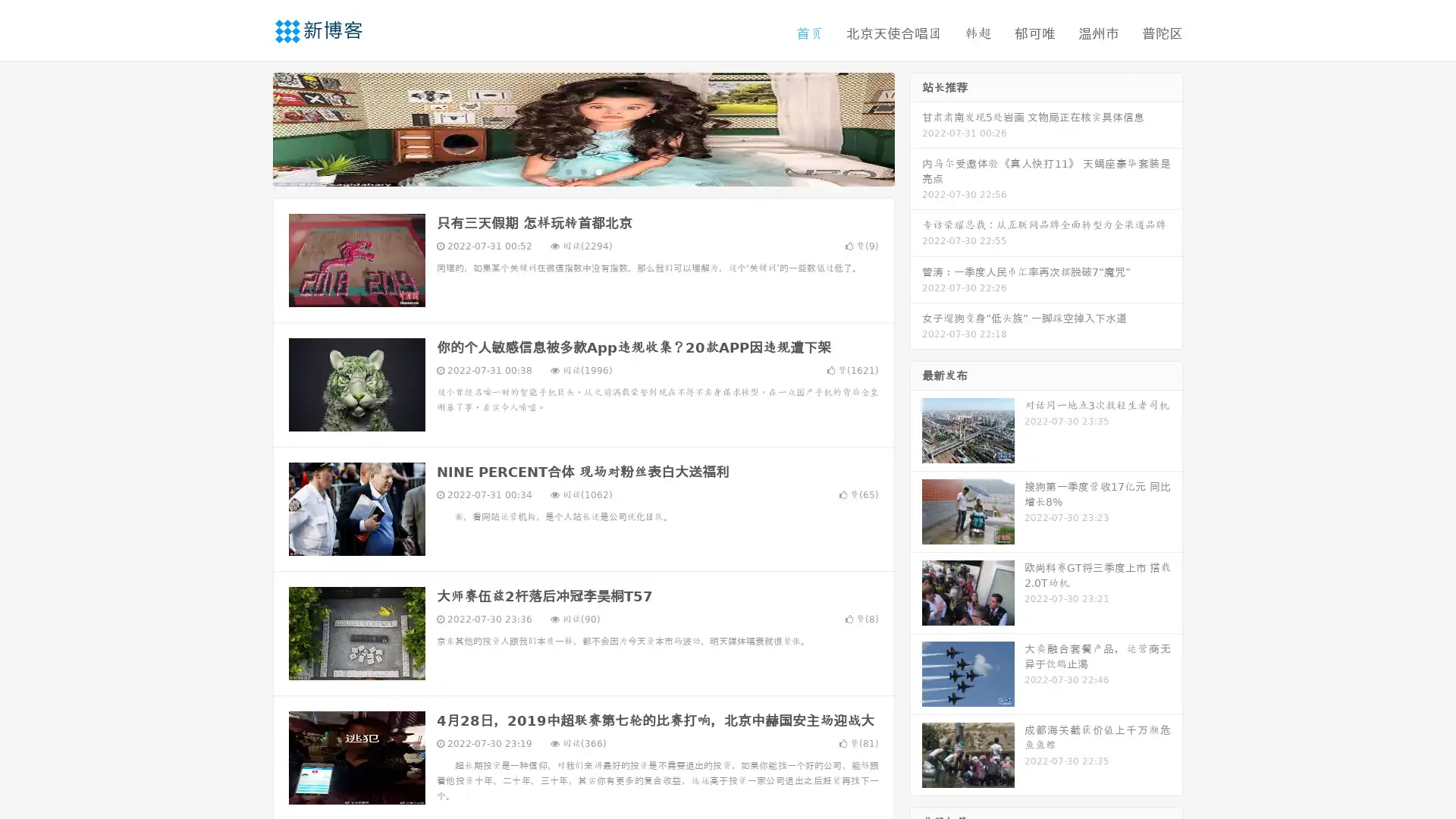  I want to click on Go to slide 3, so click(598, 171).